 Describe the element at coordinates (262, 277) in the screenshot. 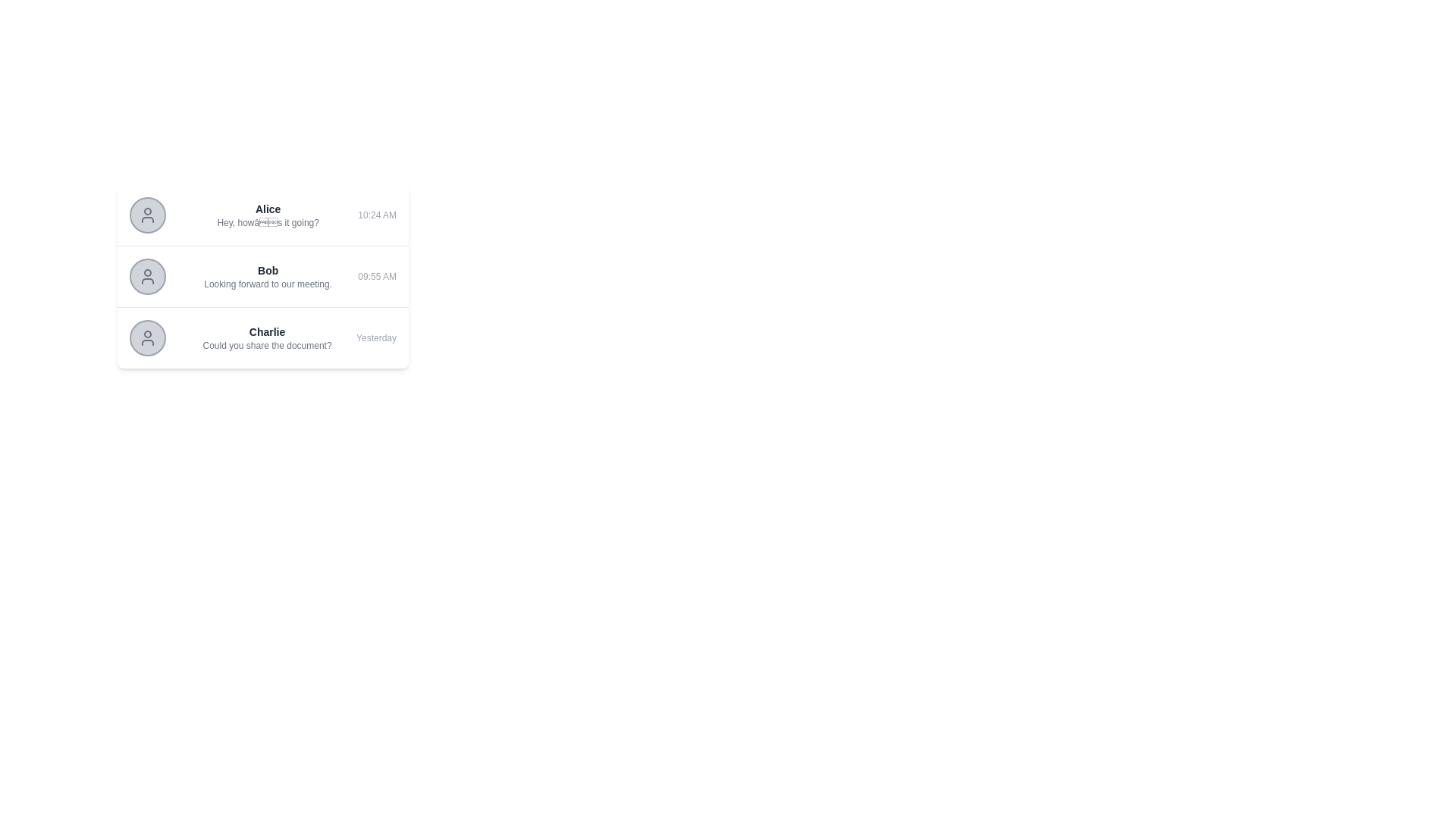

I see `the second list item that displays a user message with identification information, located between 'Alice' and 'Charlie'` at that location.